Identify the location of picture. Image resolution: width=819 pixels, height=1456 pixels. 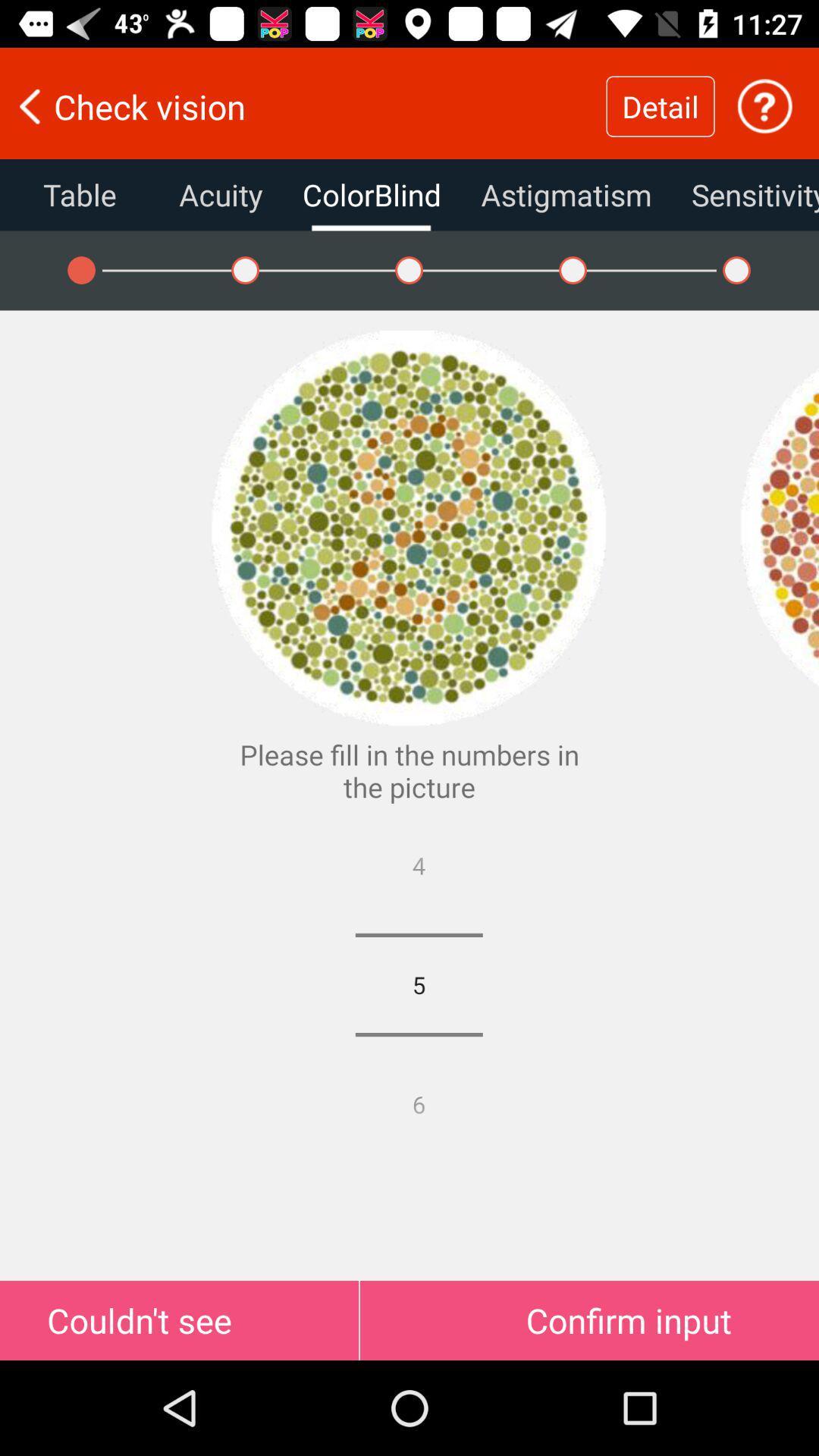
(779, 528).